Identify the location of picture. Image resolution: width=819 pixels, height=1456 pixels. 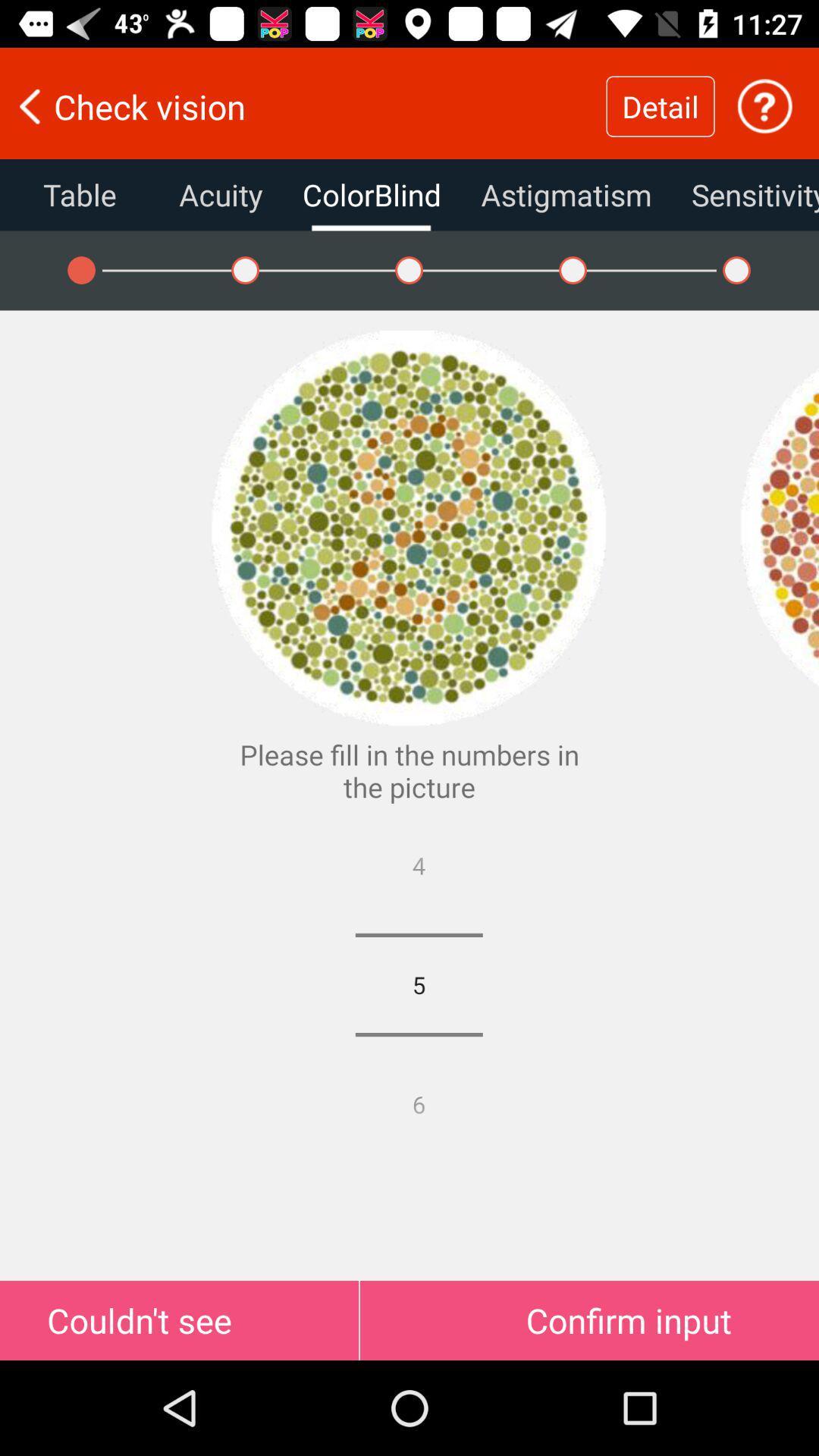
(779, 528).